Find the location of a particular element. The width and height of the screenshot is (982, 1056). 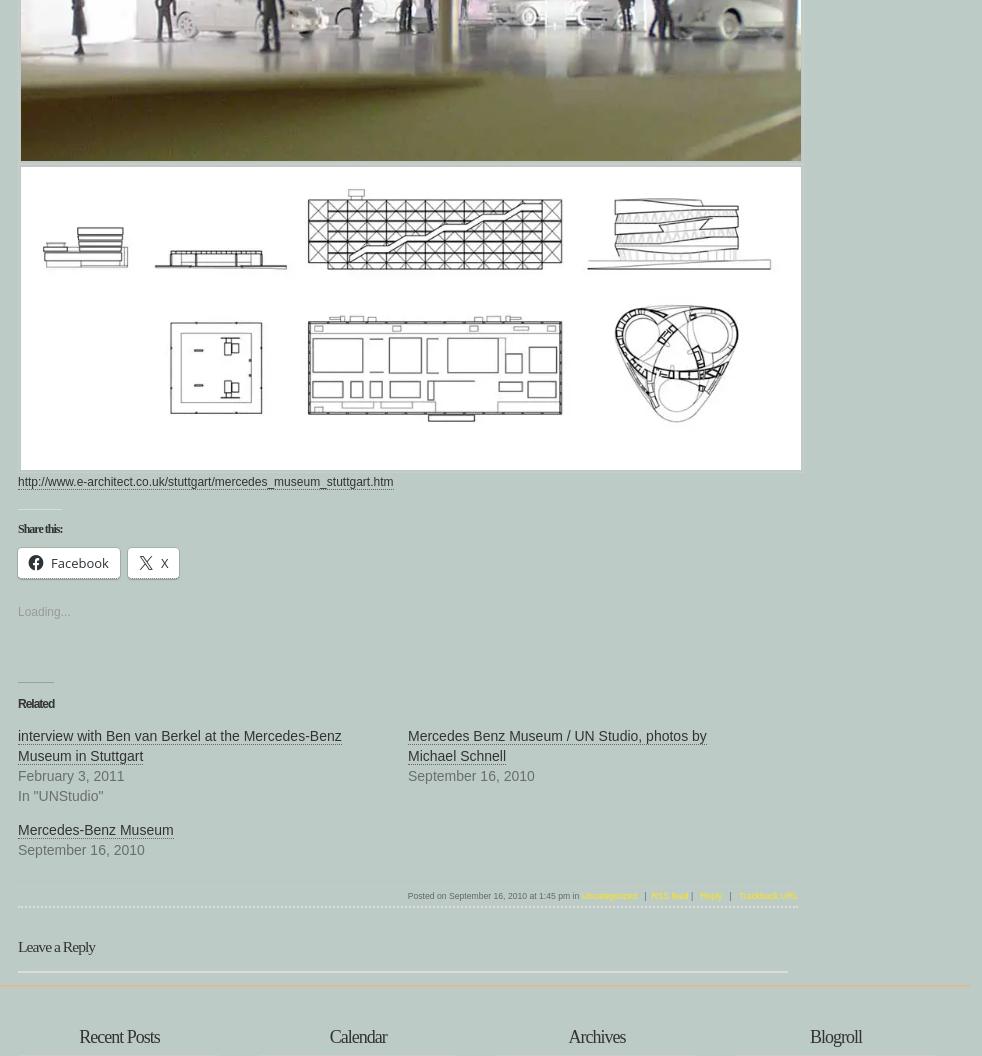

'Loading...' is located at coordinates (42, 610).